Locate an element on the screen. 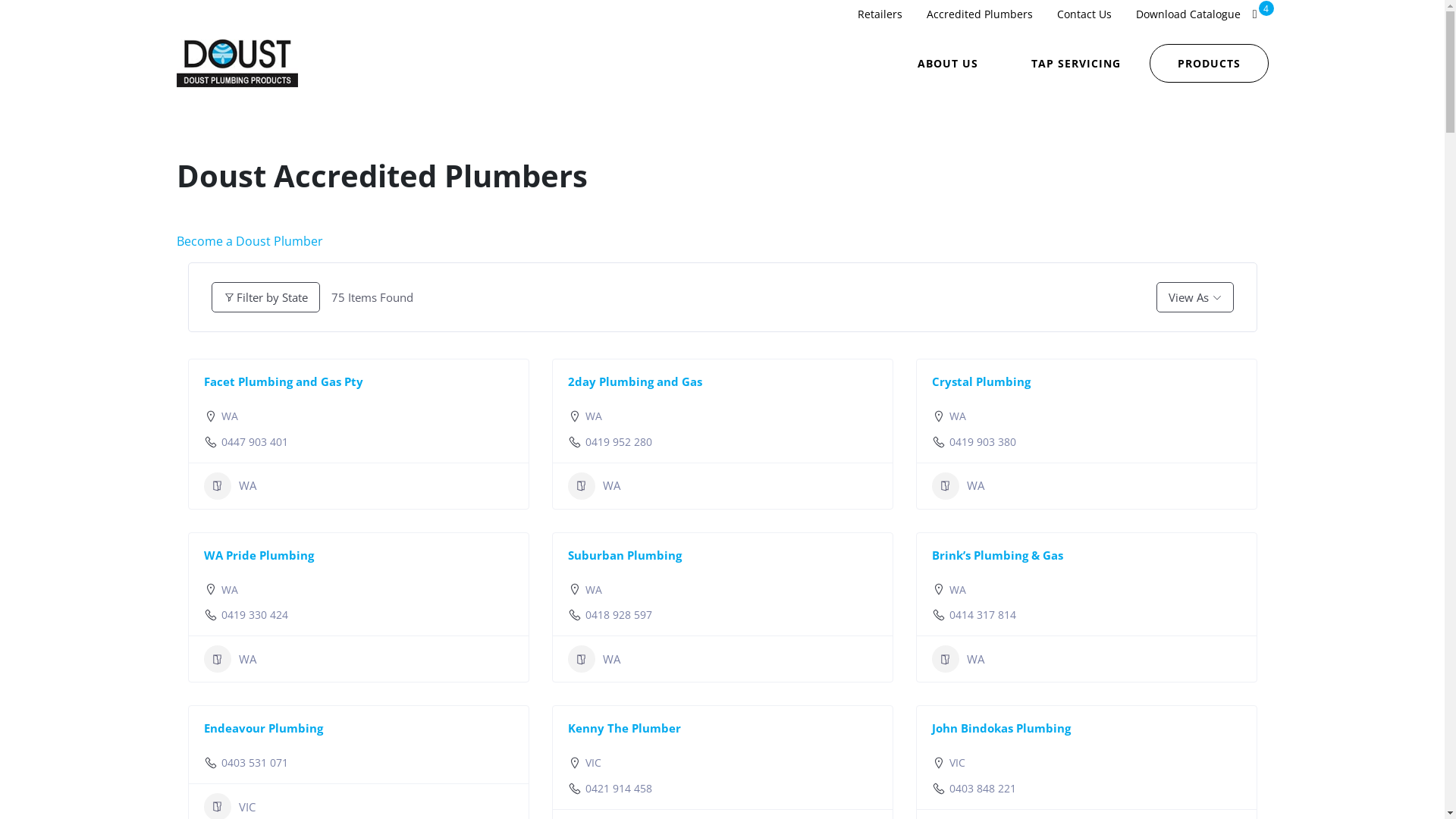  'Become a Doust Plumber' is located at coordinates (249, 240).